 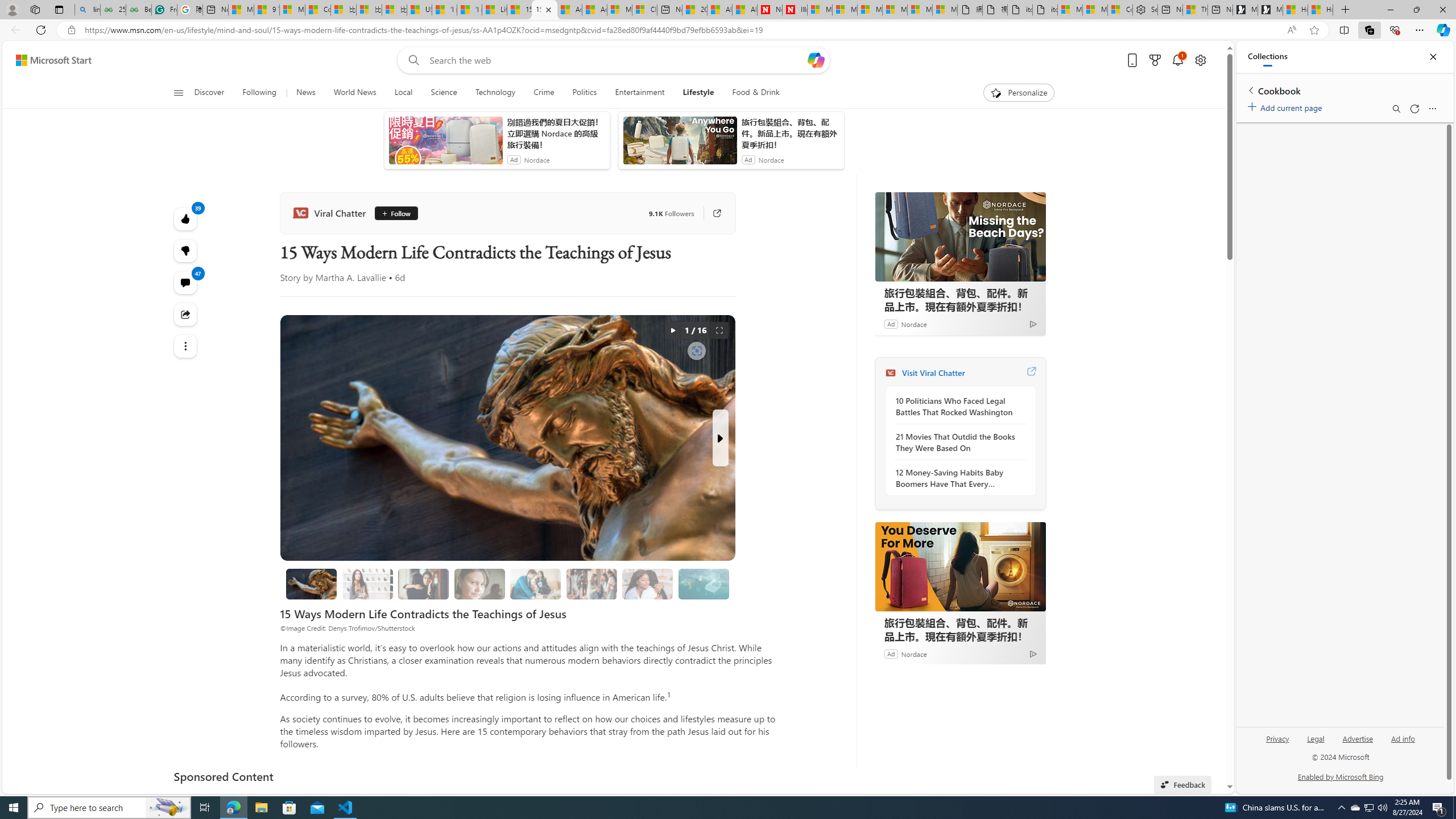 What do you see at coordinates (1270, 9) in the screenshot?
I see `'Microsoft Start Gaming'` at bounding box center [1270, 9].